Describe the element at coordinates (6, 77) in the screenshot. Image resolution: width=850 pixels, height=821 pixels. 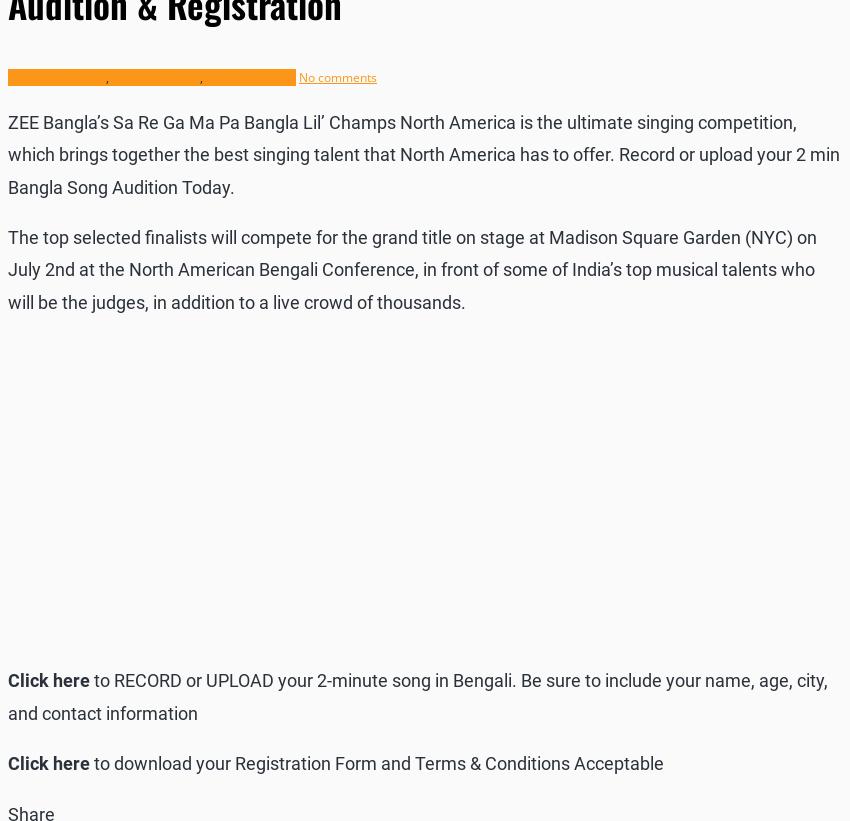
I see `'Current Auditions'` at that location.